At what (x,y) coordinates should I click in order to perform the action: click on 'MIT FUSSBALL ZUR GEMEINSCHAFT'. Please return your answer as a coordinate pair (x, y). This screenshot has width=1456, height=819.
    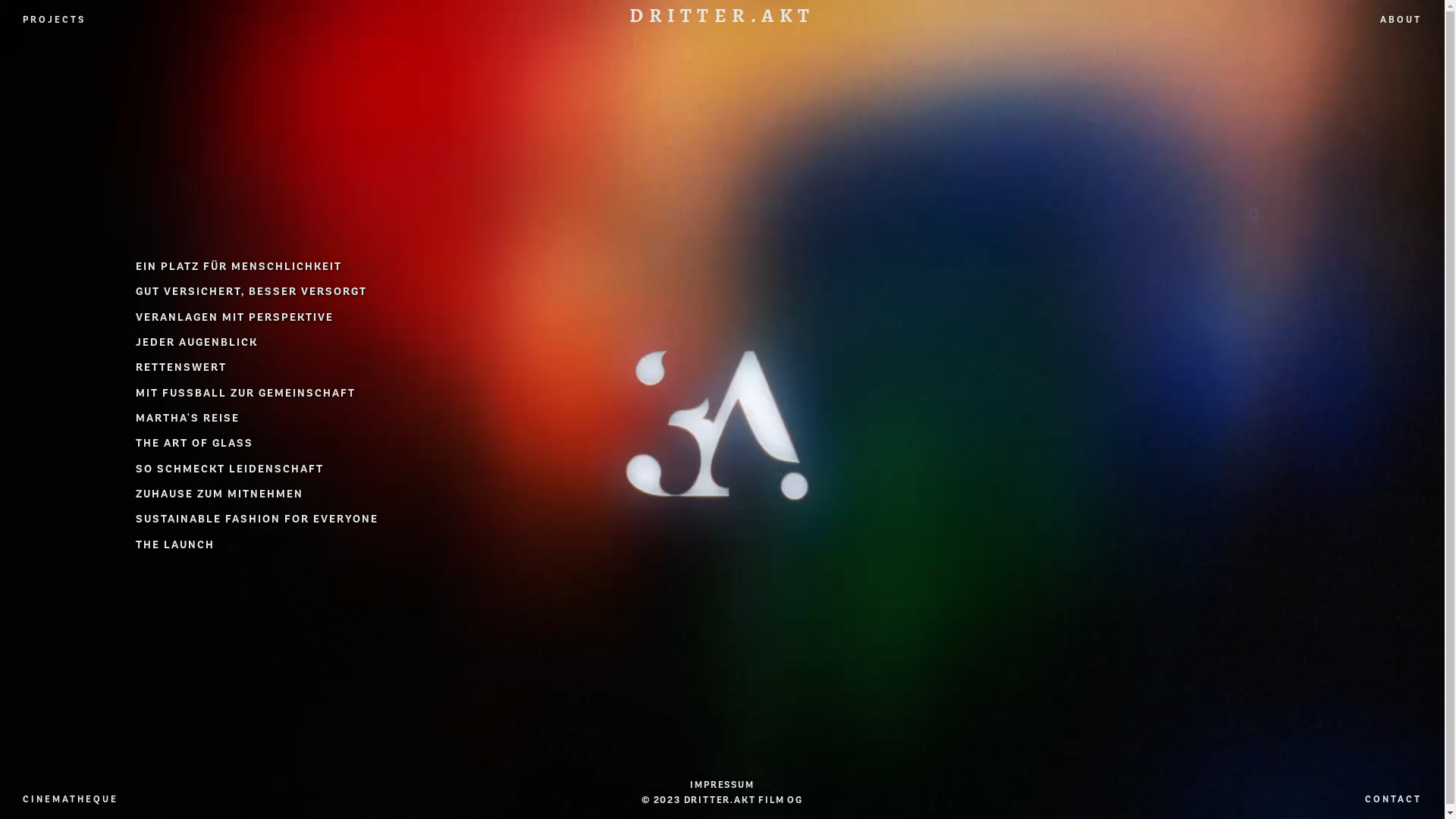
    Looking at the image, I should click on (246, 392).